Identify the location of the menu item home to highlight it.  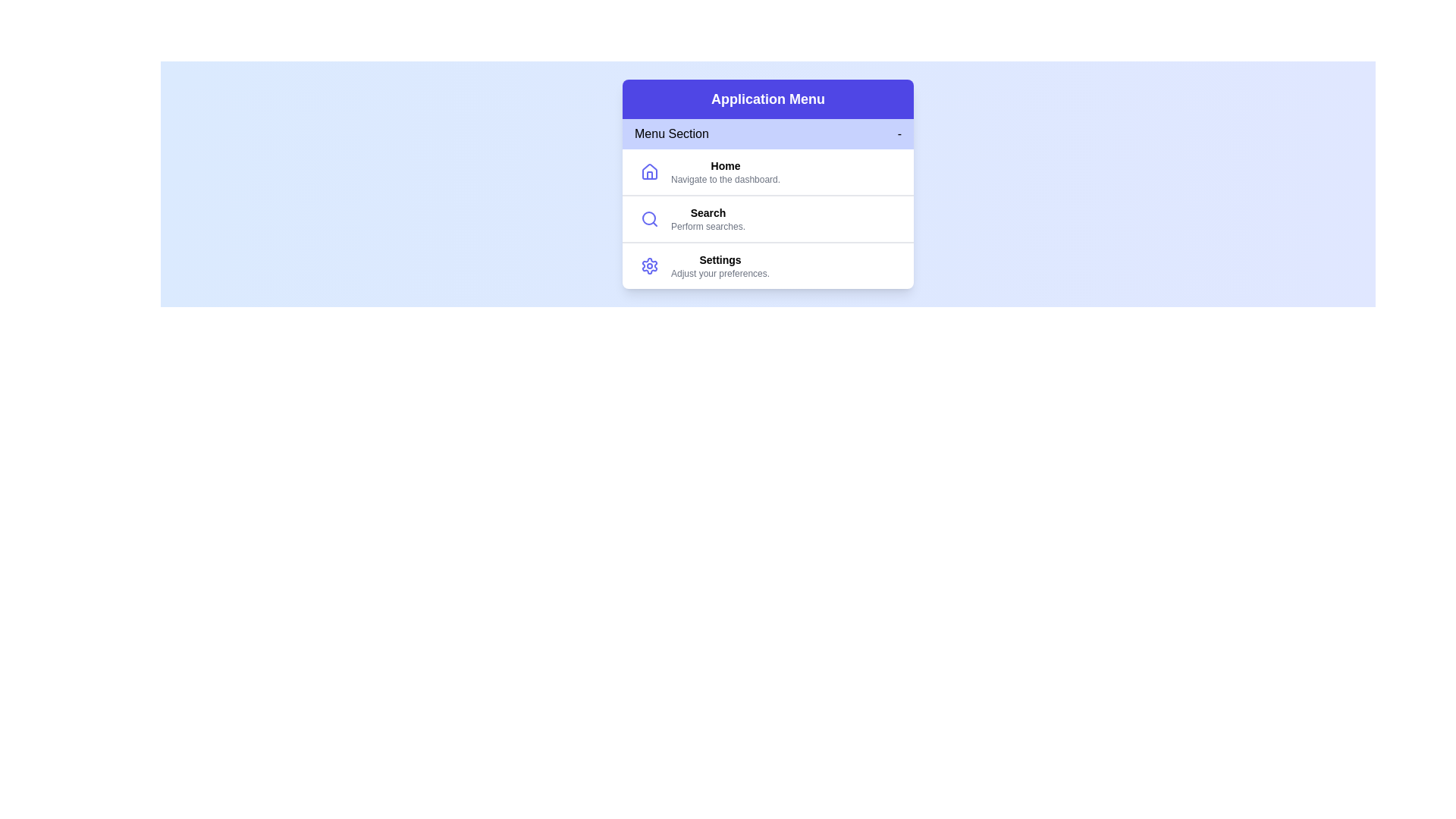
(767, 171).